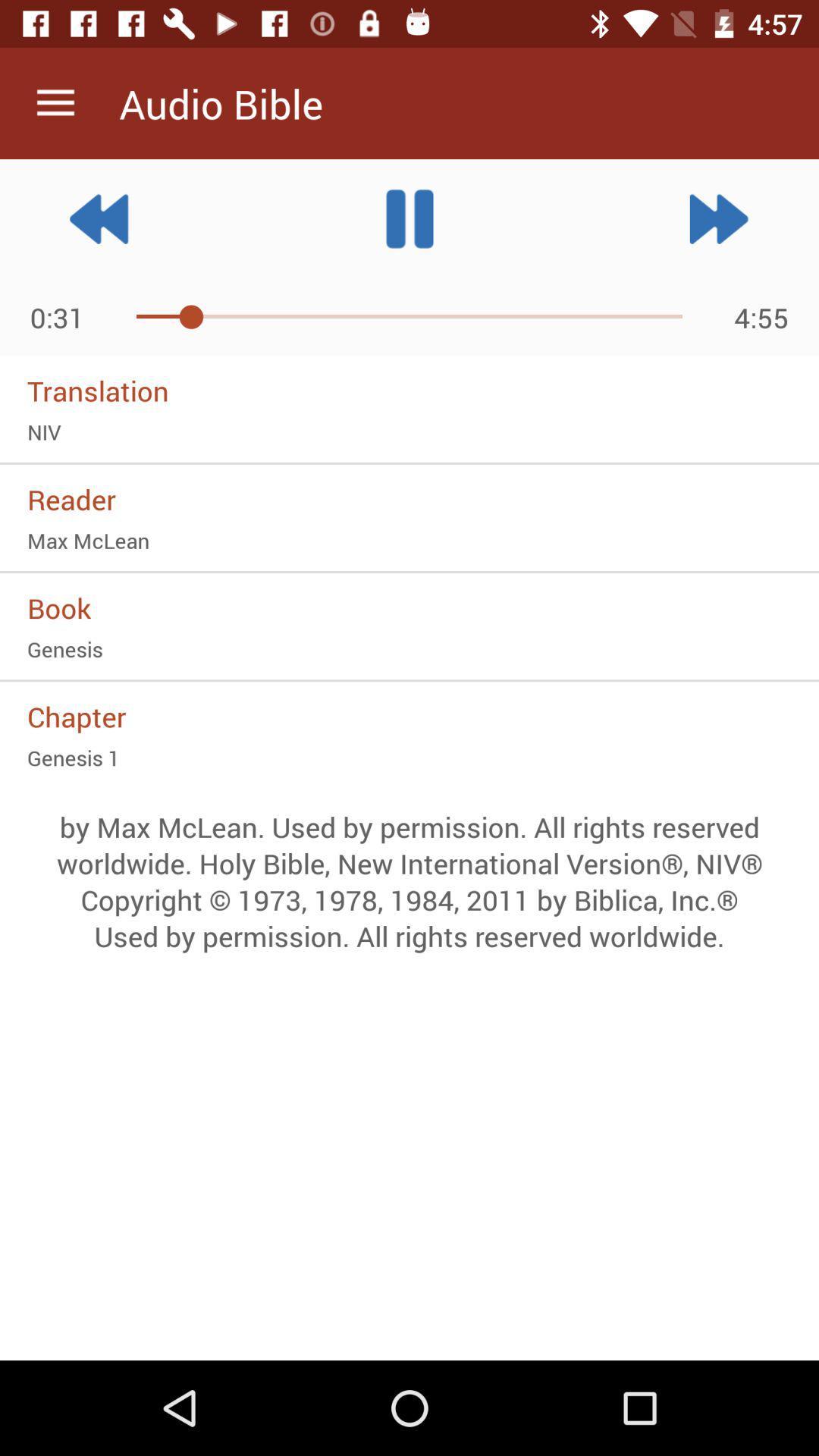  Describe the element at coordinates (718, 218) in the screenshot. I see `the av_forward icon` at that location.